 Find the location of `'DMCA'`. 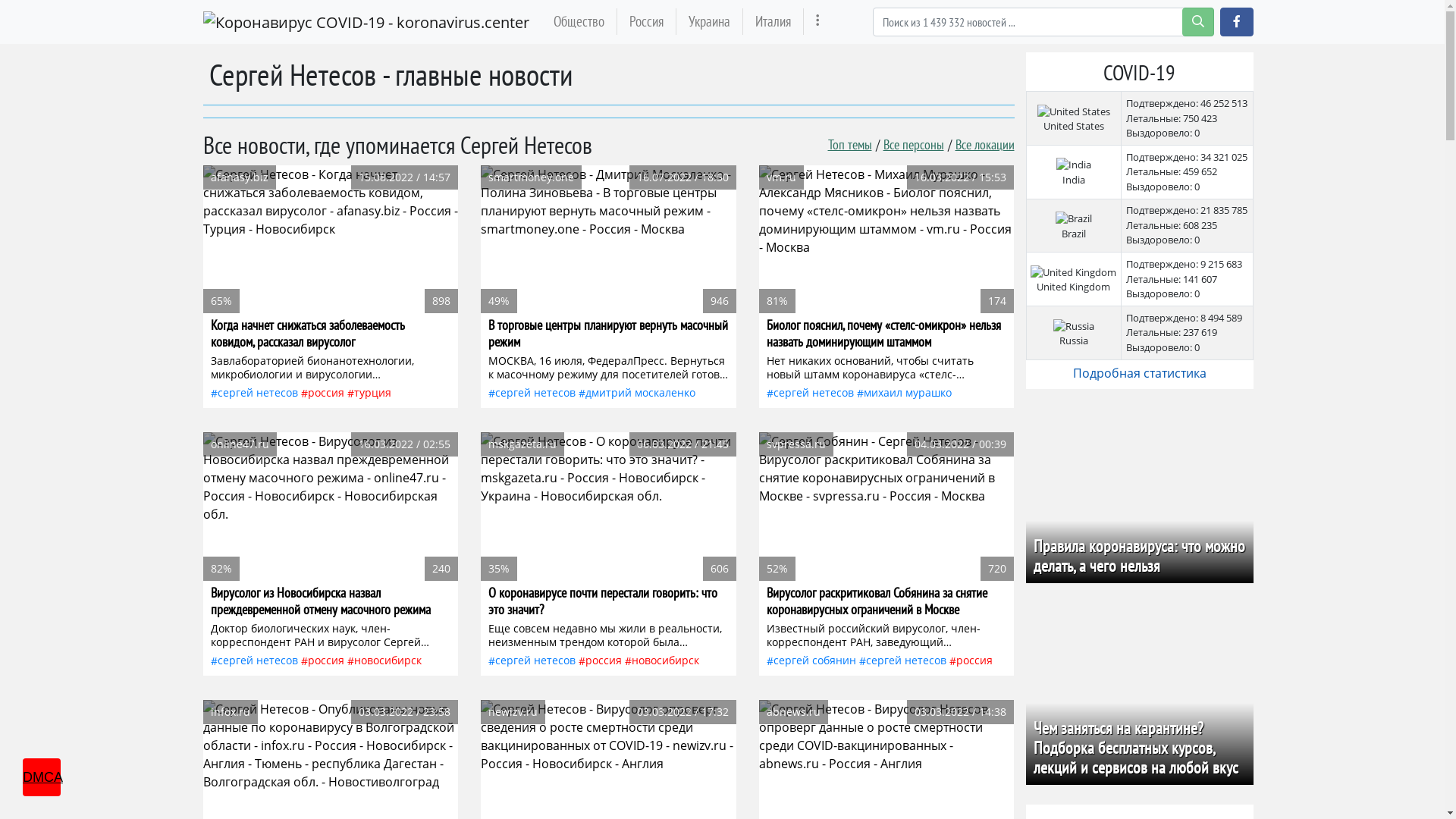

'DMCA' is located at coordinates (41, 777).